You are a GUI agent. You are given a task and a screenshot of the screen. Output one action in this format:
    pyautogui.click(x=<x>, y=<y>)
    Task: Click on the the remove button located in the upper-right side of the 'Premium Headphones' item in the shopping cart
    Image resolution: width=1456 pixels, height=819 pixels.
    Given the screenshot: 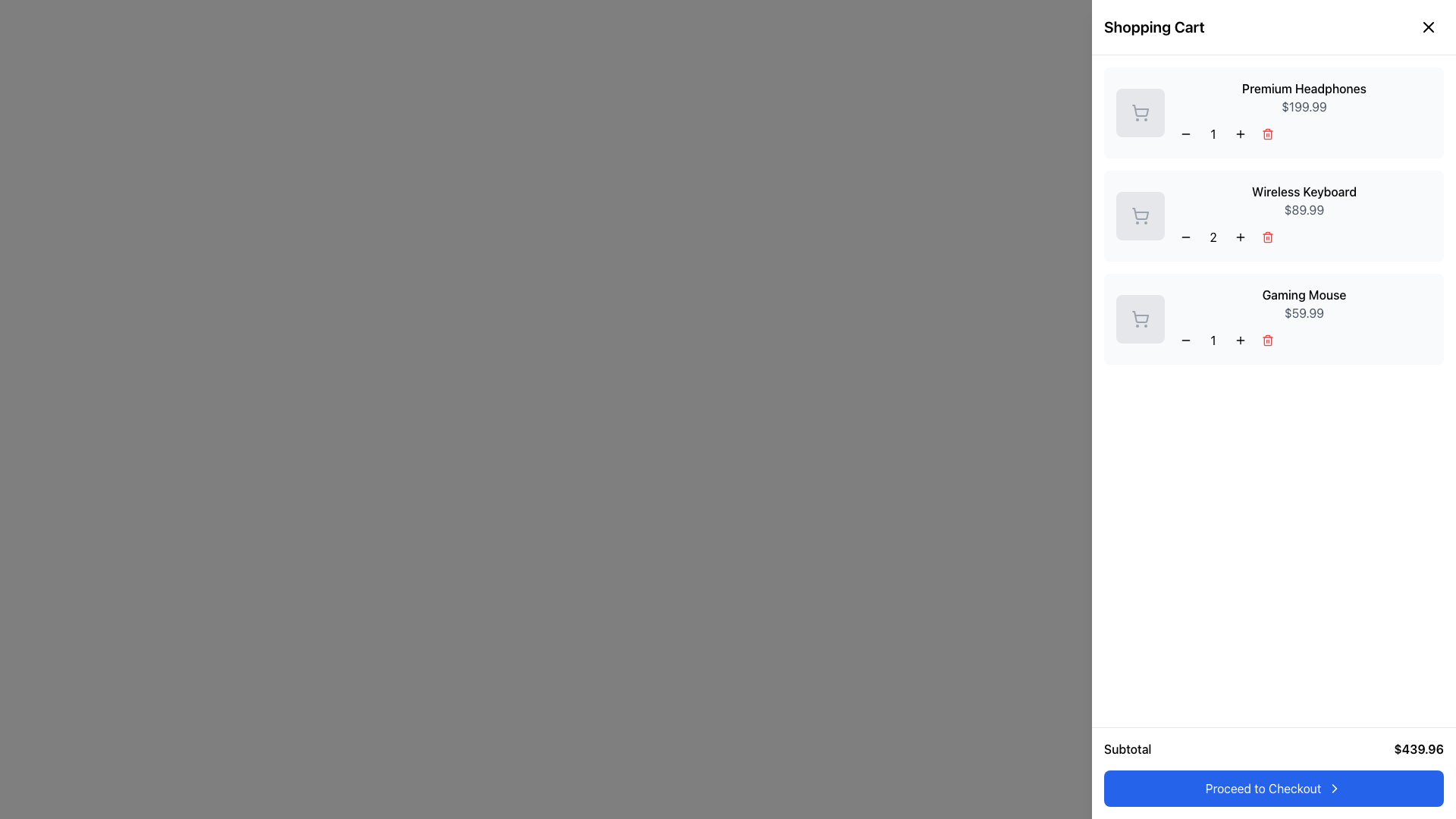 What is the action you would take?
    pyautogui.click(x=1267, y=133)
    